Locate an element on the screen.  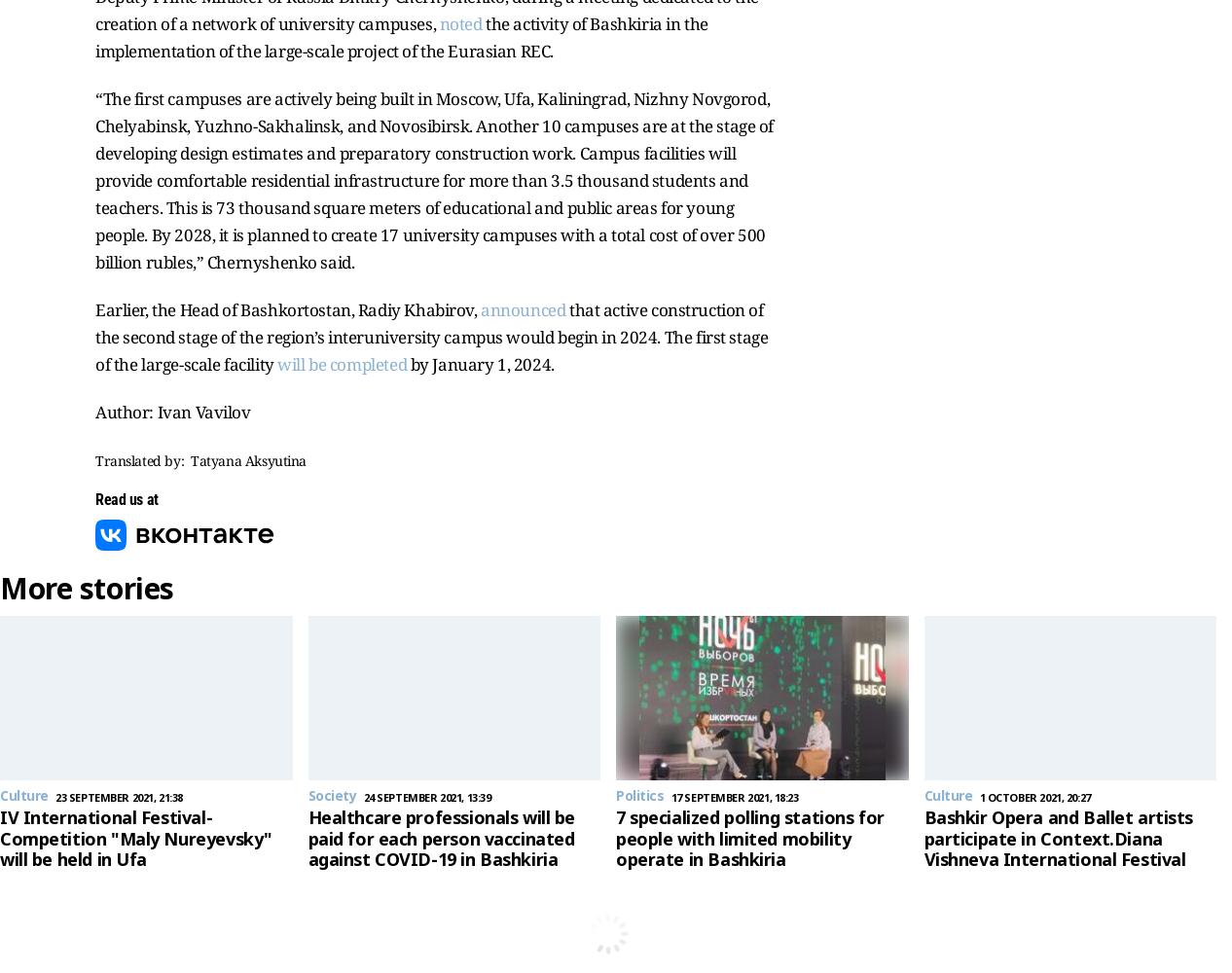
'24 September 2021, 13:39' is located at coordinates (425, 796).